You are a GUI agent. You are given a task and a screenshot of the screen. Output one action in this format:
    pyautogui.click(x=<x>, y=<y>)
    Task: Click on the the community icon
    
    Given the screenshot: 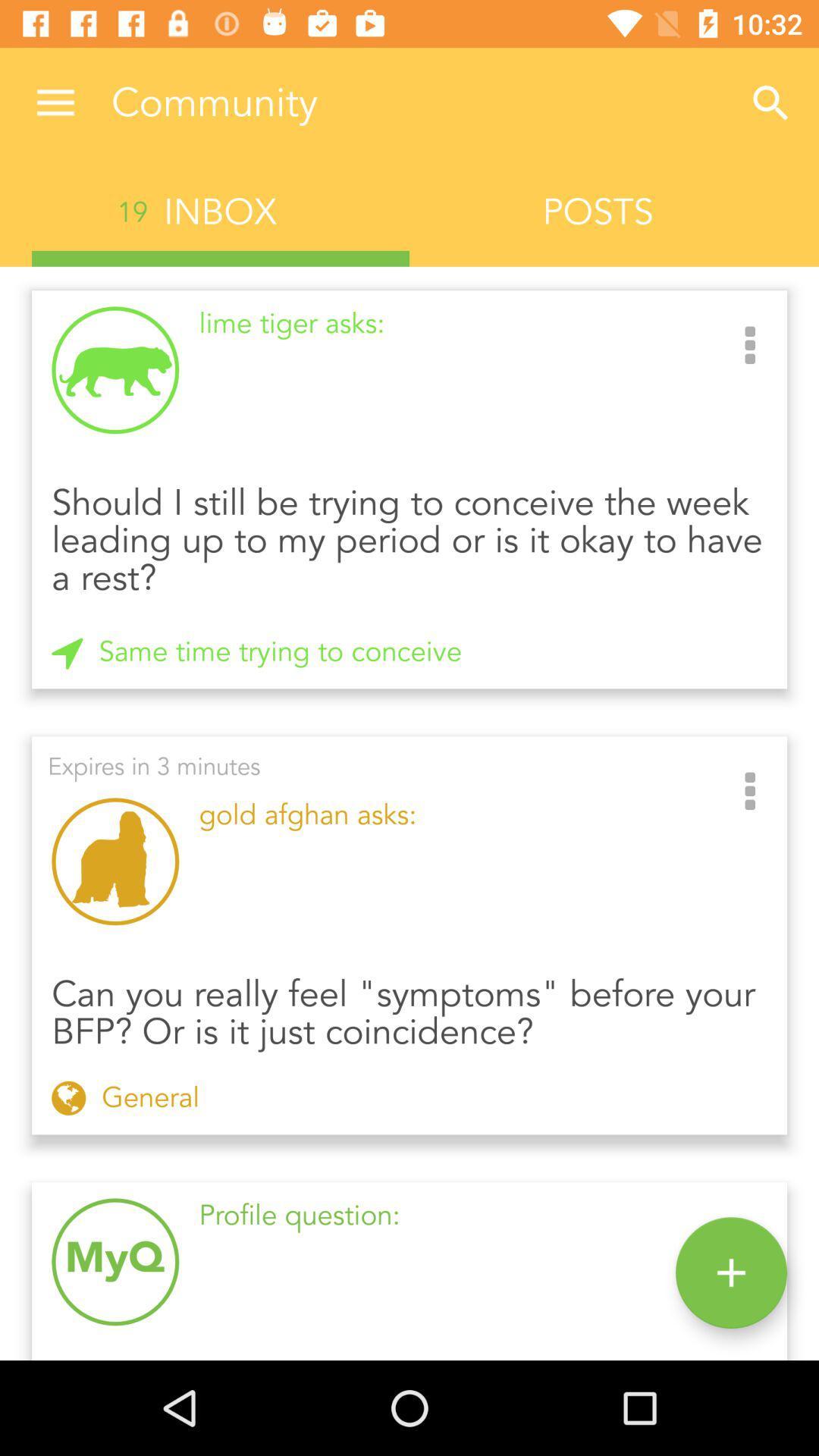 What is the action you would take?
    pyautogui.click(x=417, y=102)
    